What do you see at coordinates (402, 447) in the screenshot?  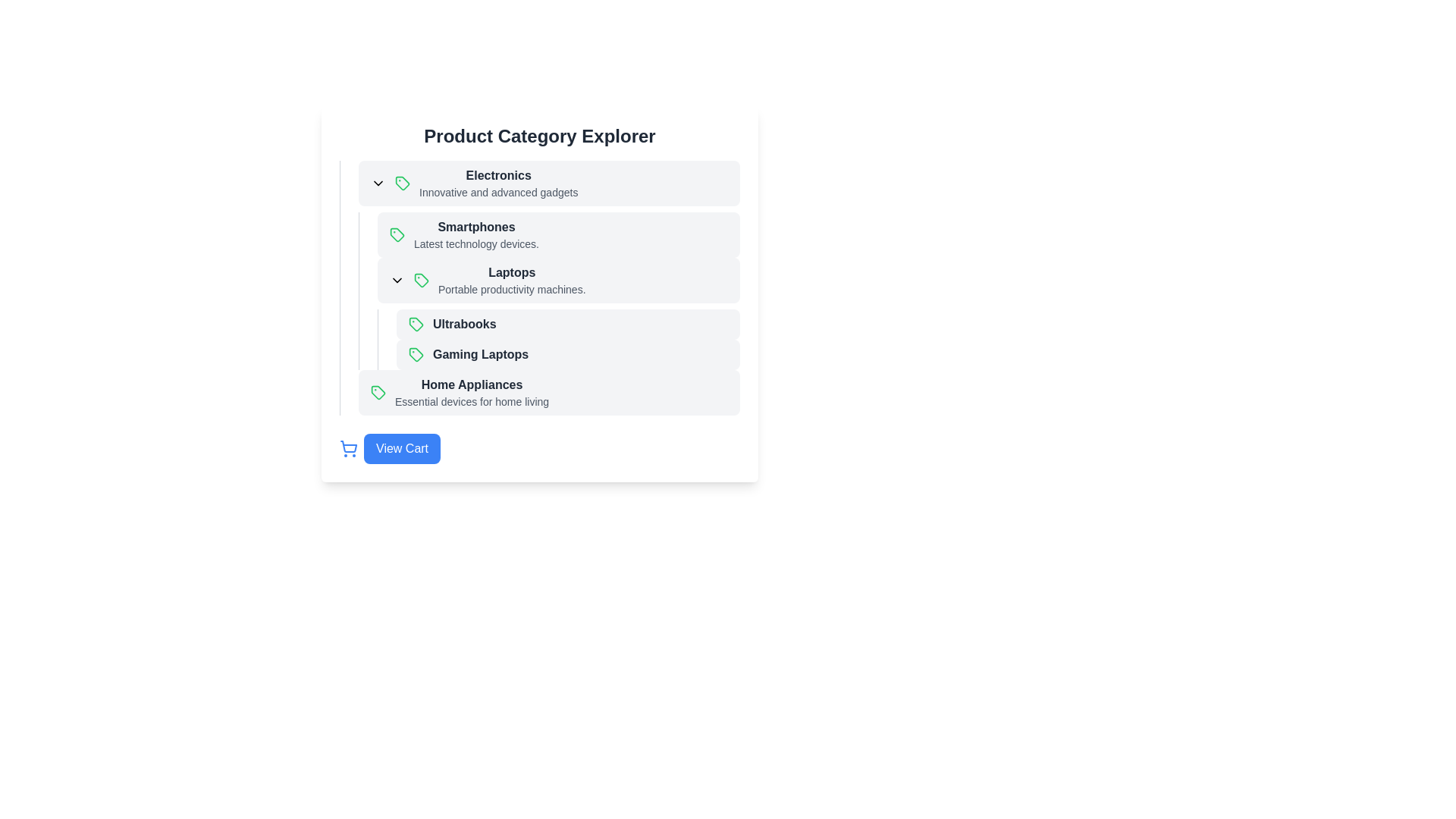 I see `the button located to the right of the shopping cart icon` at bounding box center [402, 447].